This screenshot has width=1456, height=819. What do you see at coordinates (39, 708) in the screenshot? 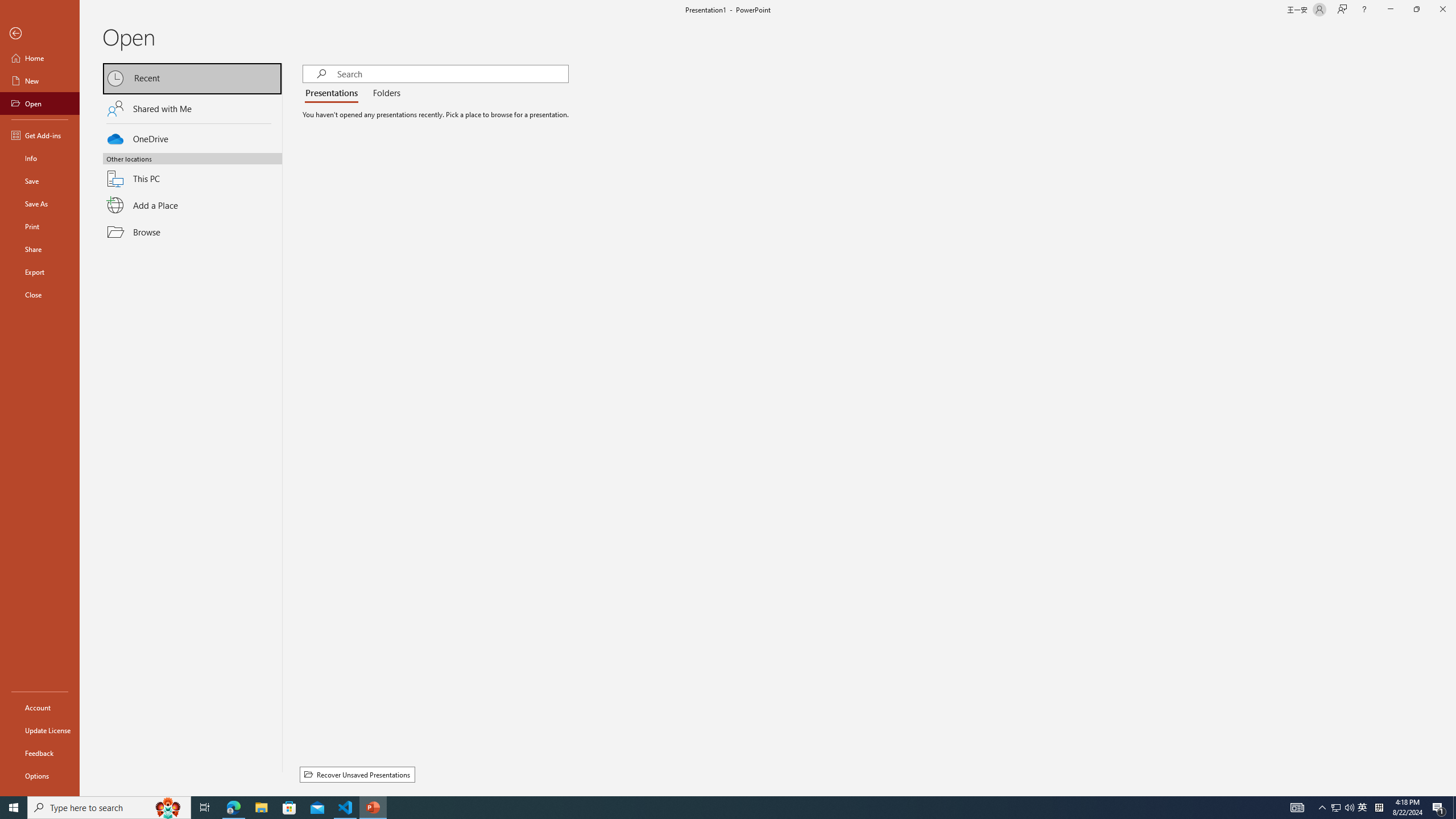
I see `'Account'` at bounding box center [39, 708].